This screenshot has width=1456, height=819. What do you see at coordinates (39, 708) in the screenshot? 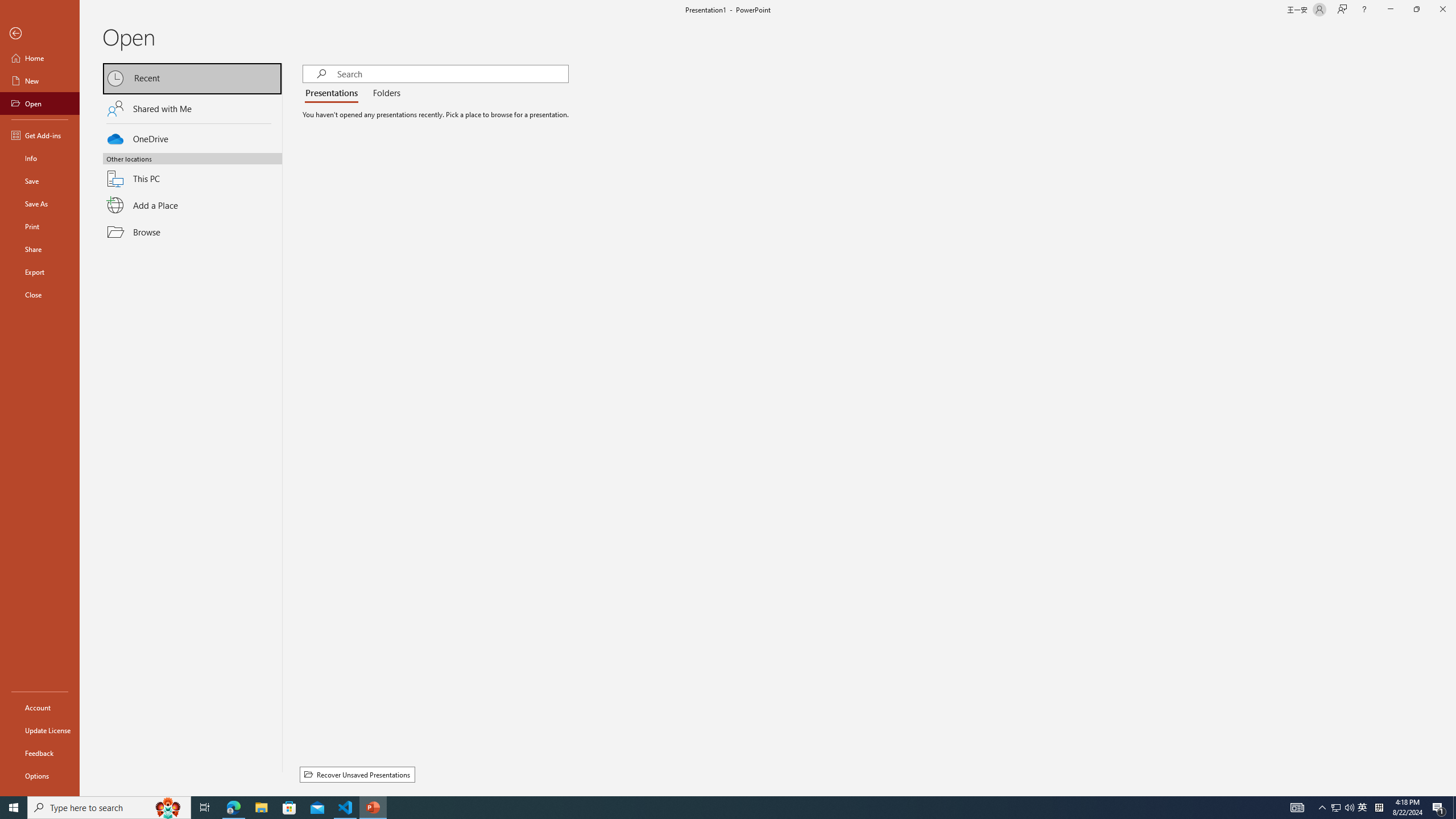
I see `'Account'` at bounding box center [39, 708].